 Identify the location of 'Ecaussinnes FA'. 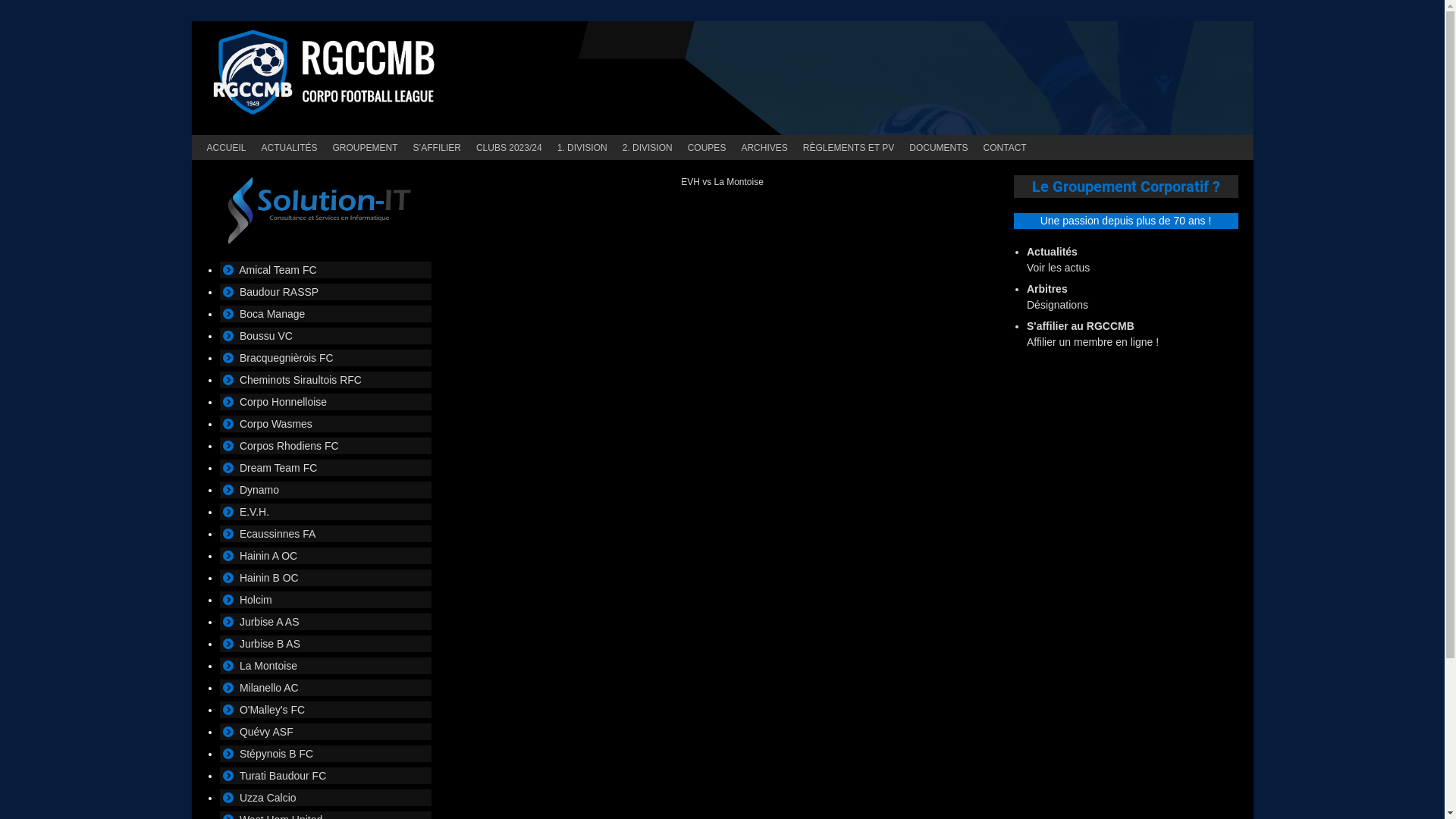
(277, 533).